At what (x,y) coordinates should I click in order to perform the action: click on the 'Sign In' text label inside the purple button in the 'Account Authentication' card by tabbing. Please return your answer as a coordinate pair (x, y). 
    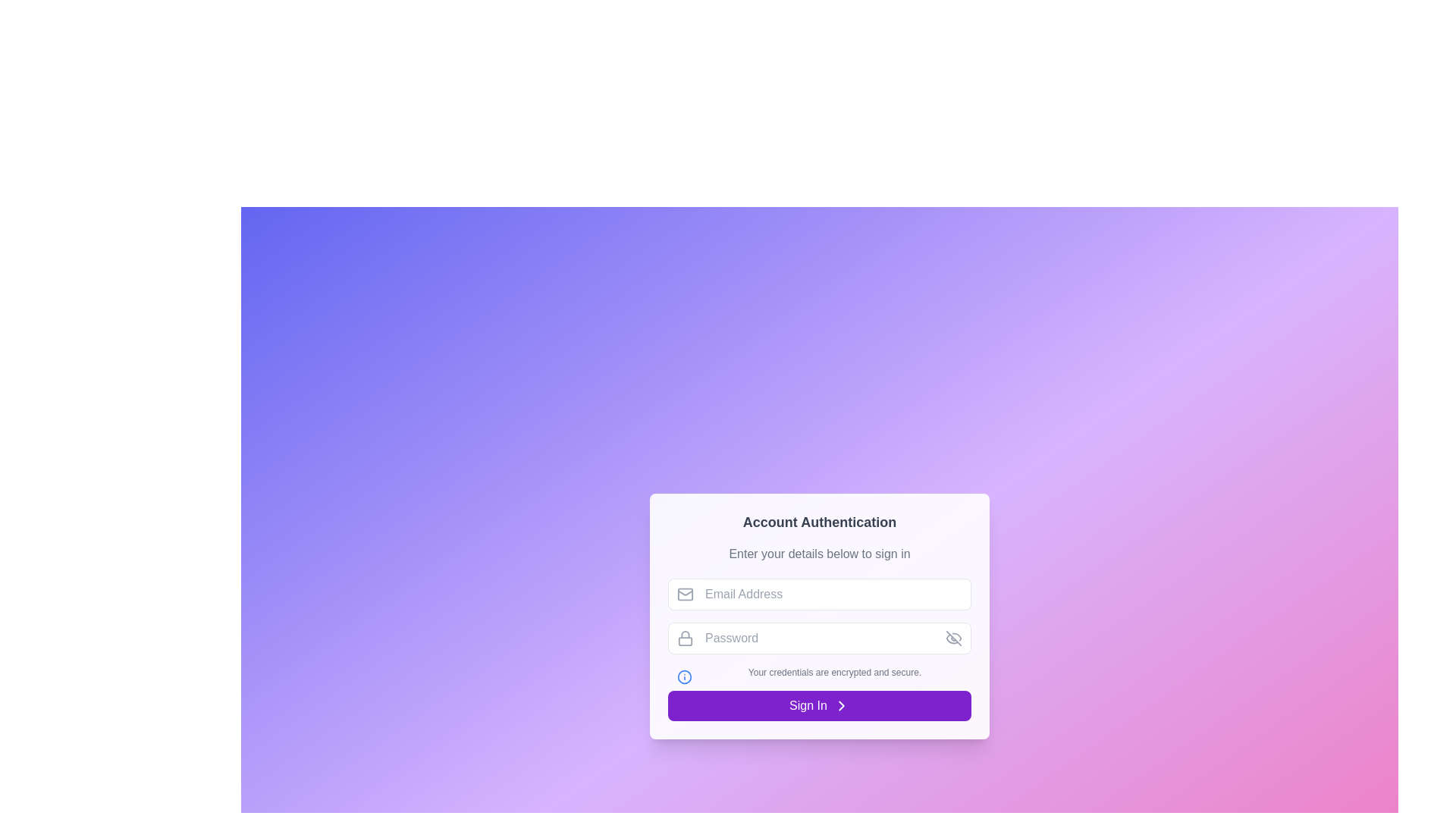
    Looking at the image, I should click on (807, 705).